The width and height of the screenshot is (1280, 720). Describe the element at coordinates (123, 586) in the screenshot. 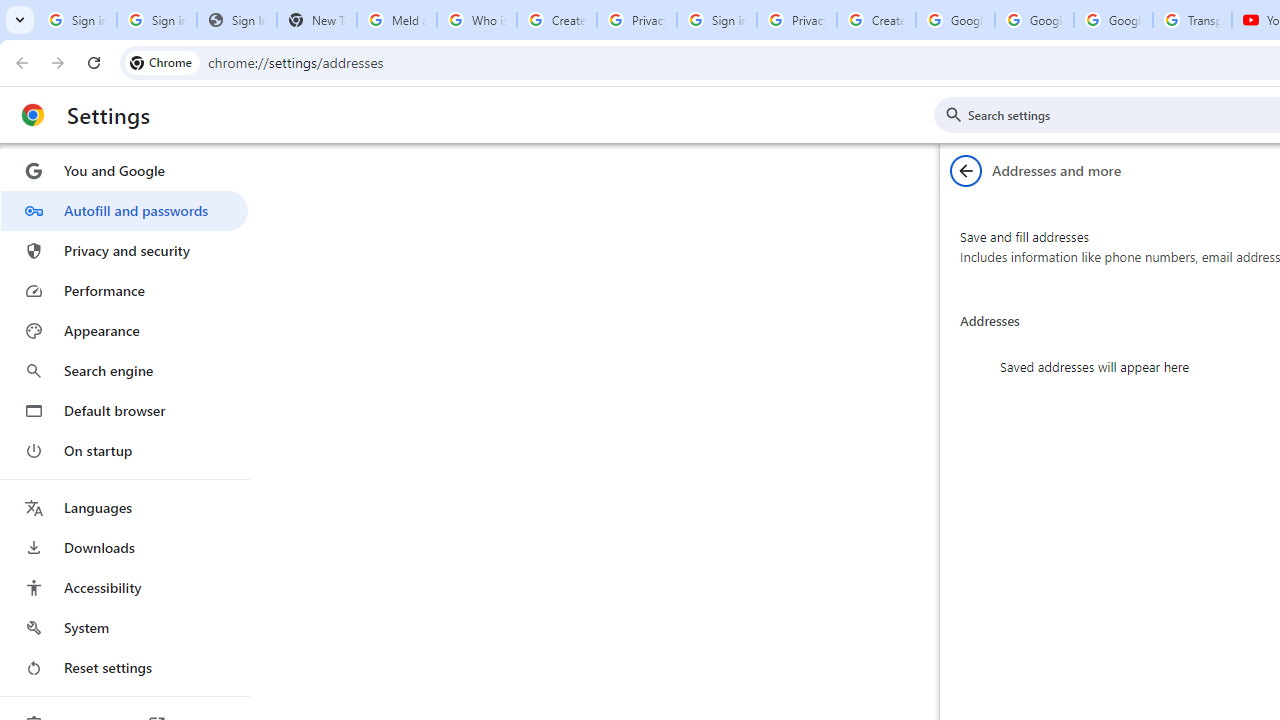

I see `'Accessibility'` at that location.